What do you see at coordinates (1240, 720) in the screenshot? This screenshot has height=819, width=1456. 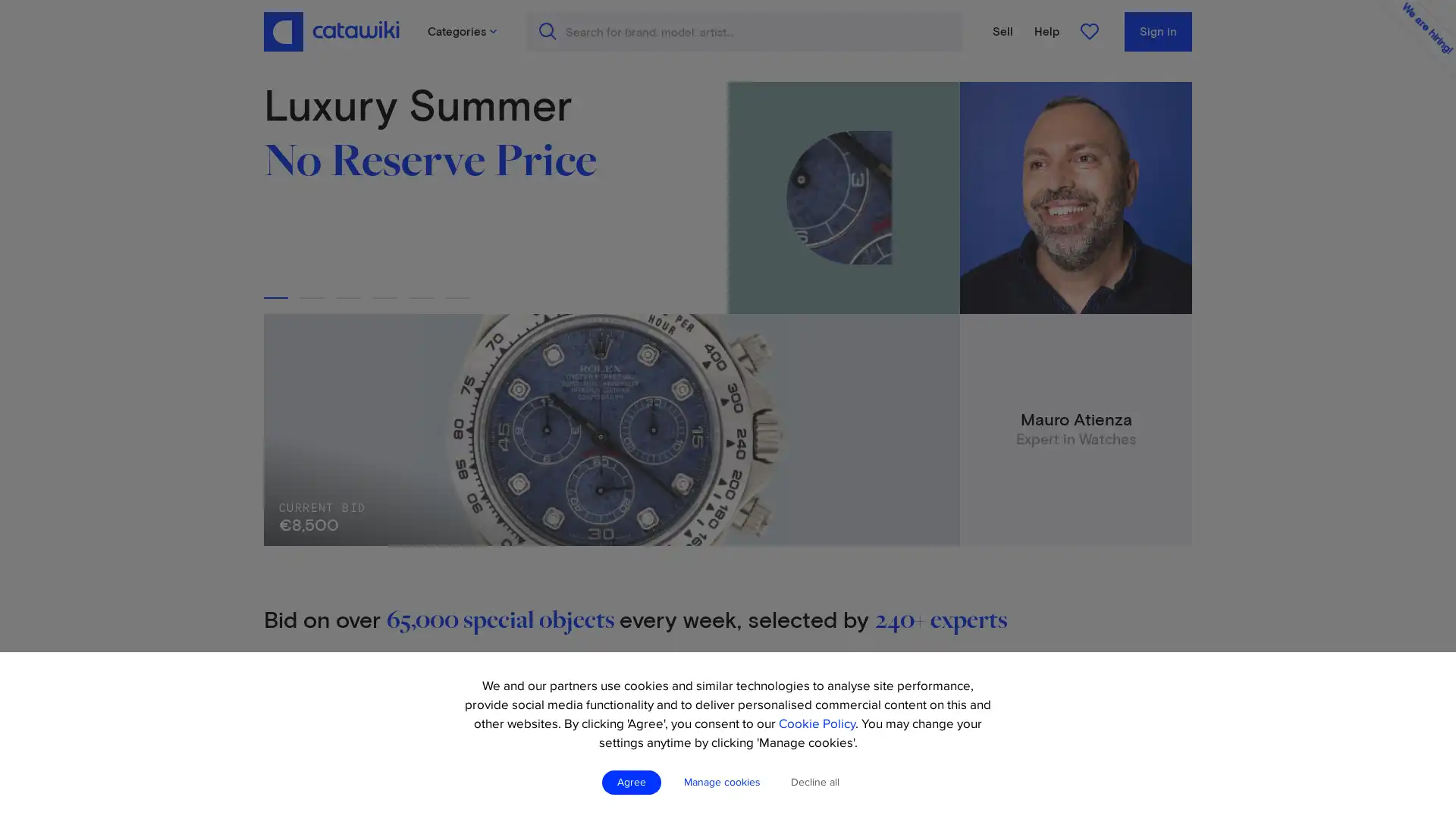 I see `Create account` at bounding box center [1240, 720].